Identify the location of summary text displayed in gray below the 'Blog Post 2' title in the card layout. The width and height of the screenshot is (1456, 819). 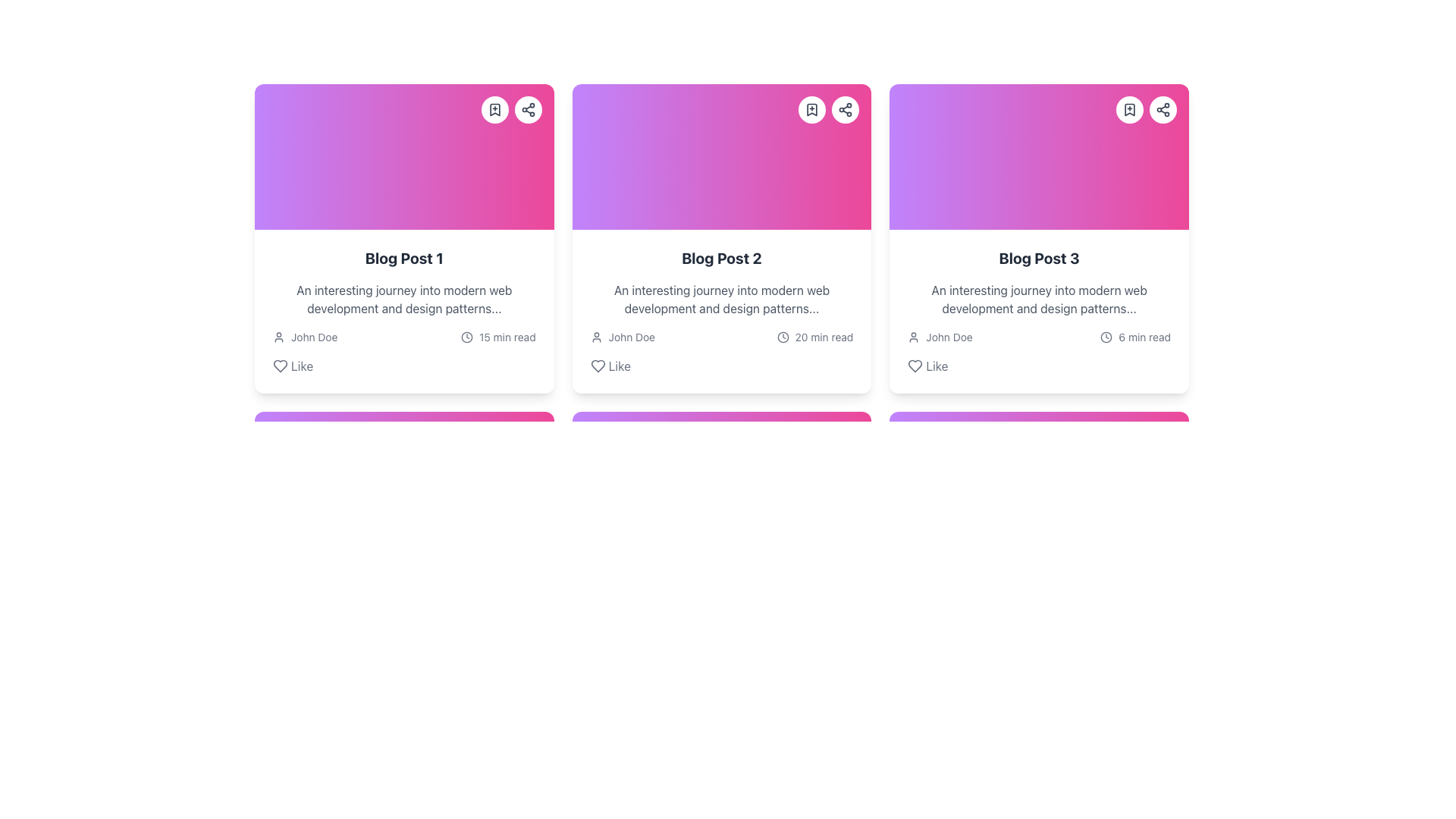
(720, 299).